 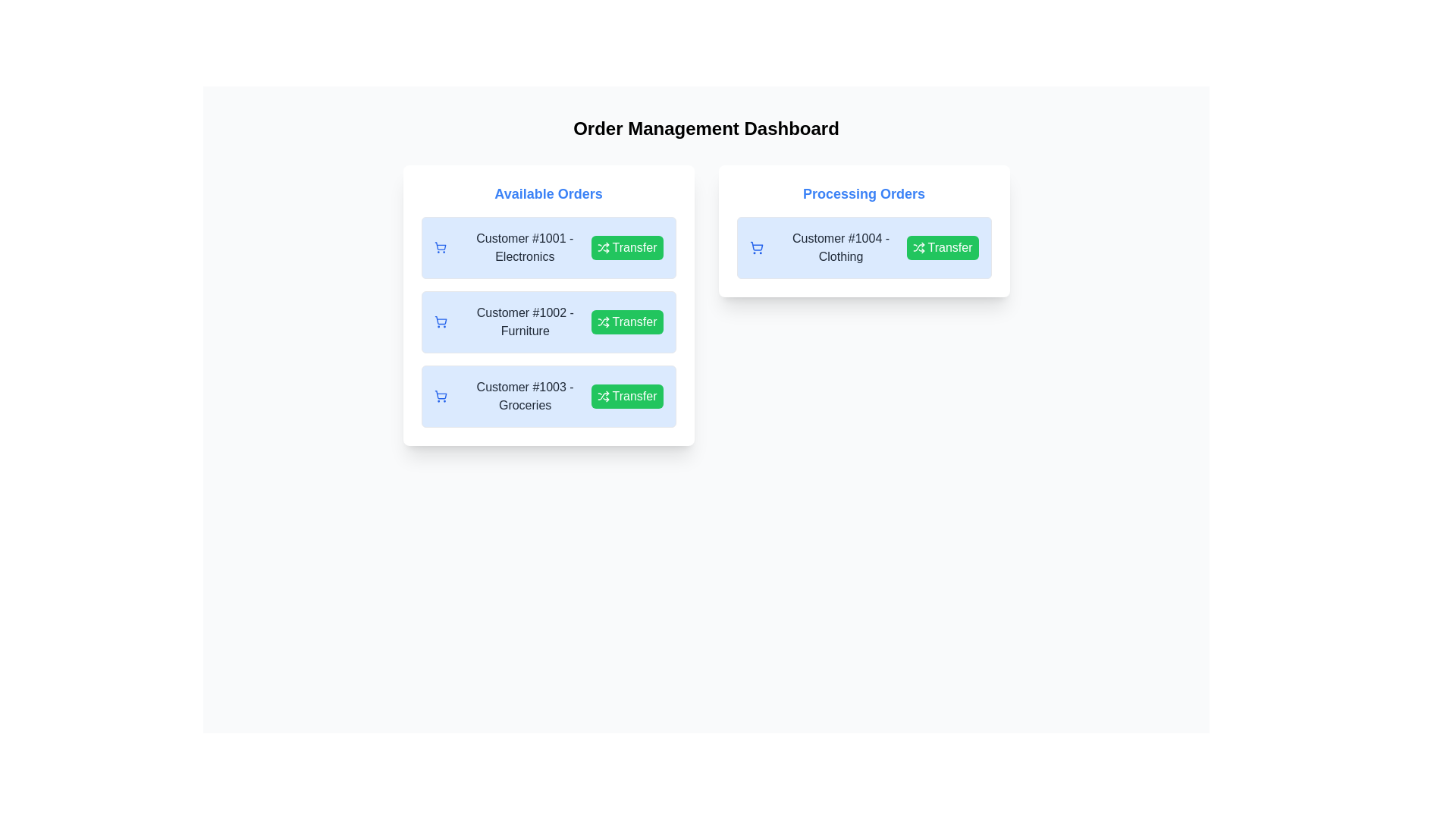 What do you see at coordinates (756, 245) in the screenshot?
I see `the main body of the shopping cart icon, which is a blue vector graphic resembling a minimalistic shopping cart, located under the 'Processing Orders' section for 'Customer #1004 - Clothing'` at bounding box center [756, 245].